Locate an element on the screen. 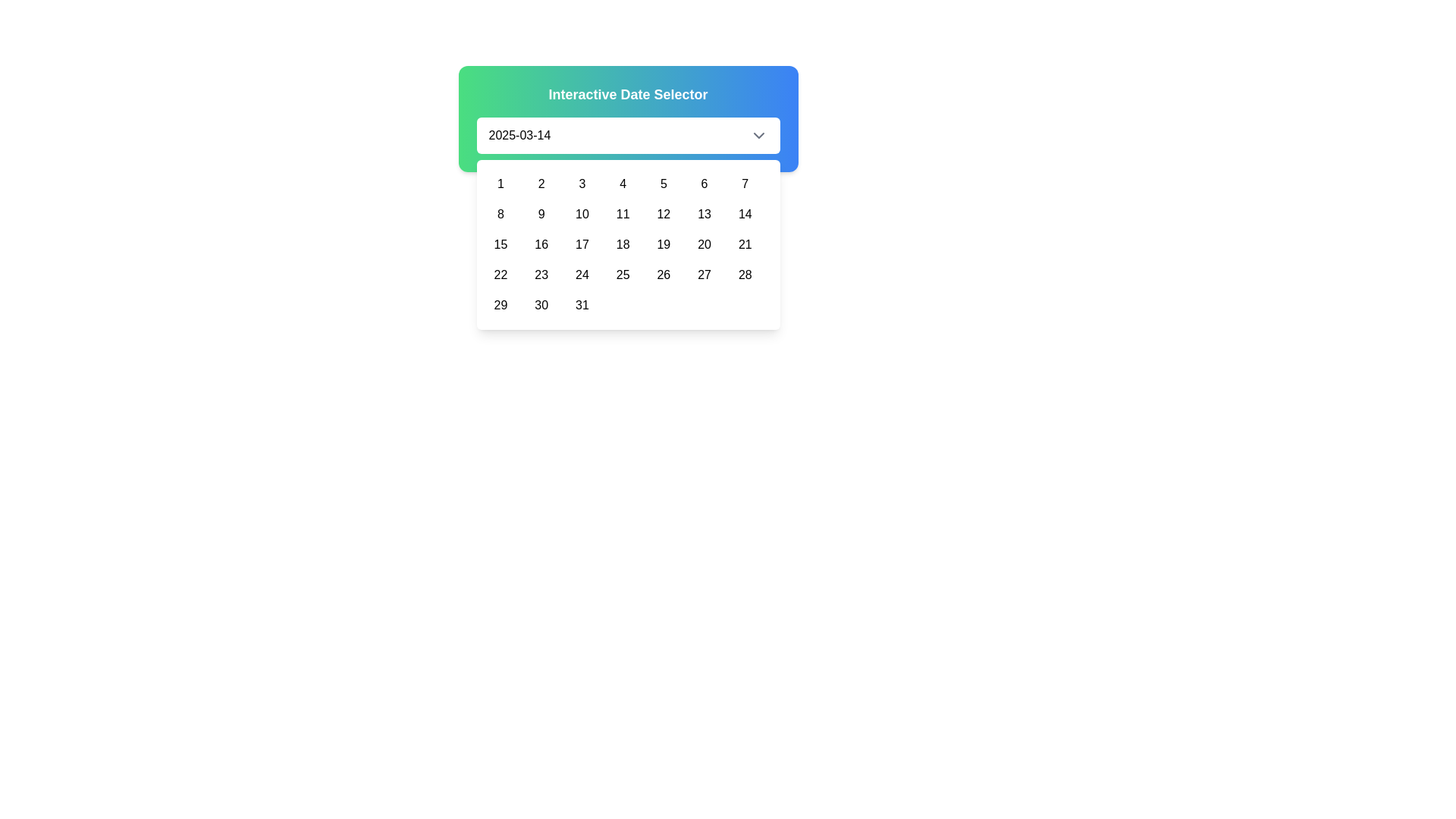 The height and width of the screenshot is (819, 1456). the interactive calendar date button representing the date '29' is located at coordinates (500, 305).